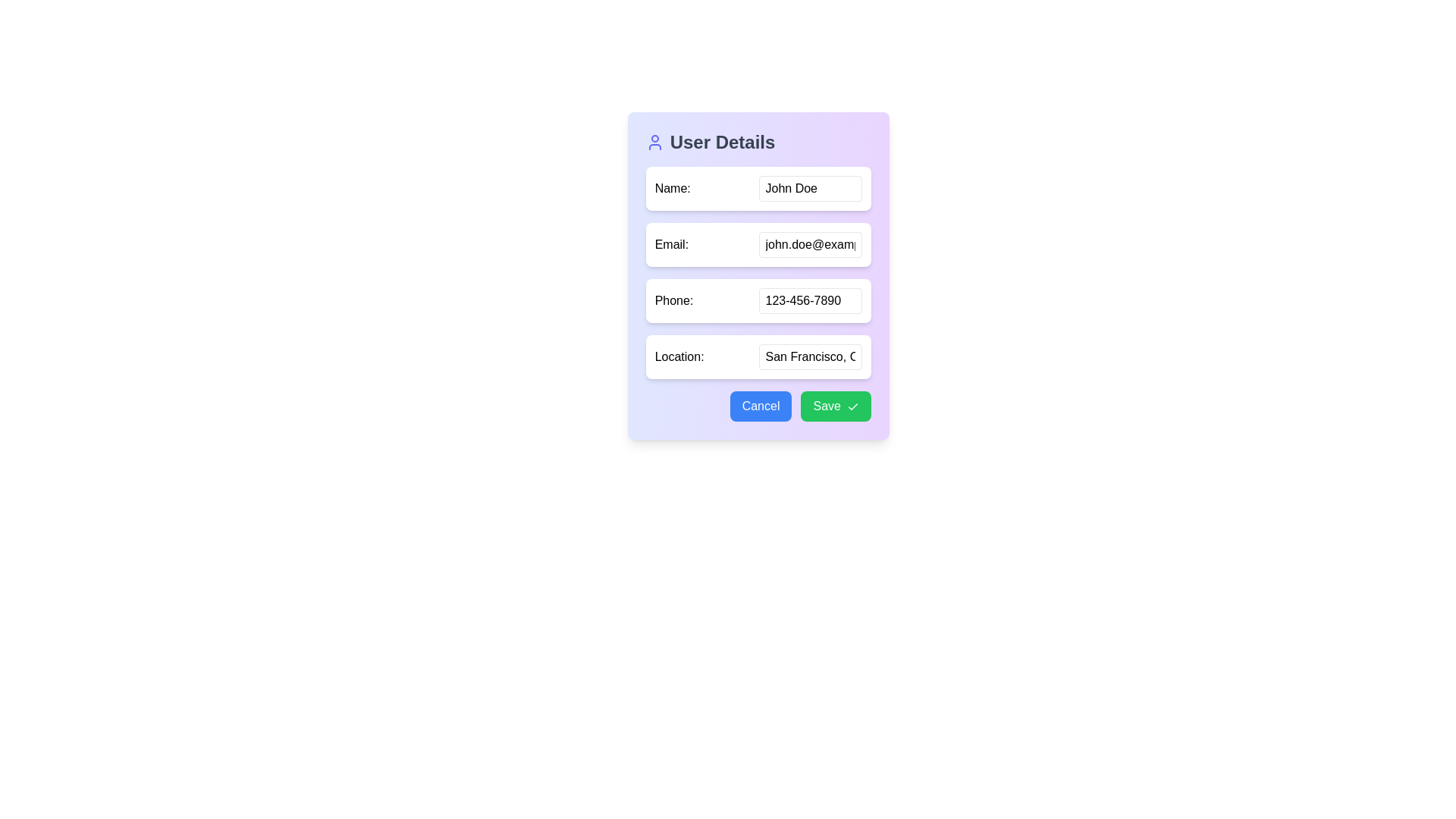 The image size is (1456, 819). Describe the element at coordinates (853, 406) in the screenshot. I see `the checkmark icon located at the right end of the 'Save' button, which is styled with a green color and part of the 'lucide' icon set` at that location.